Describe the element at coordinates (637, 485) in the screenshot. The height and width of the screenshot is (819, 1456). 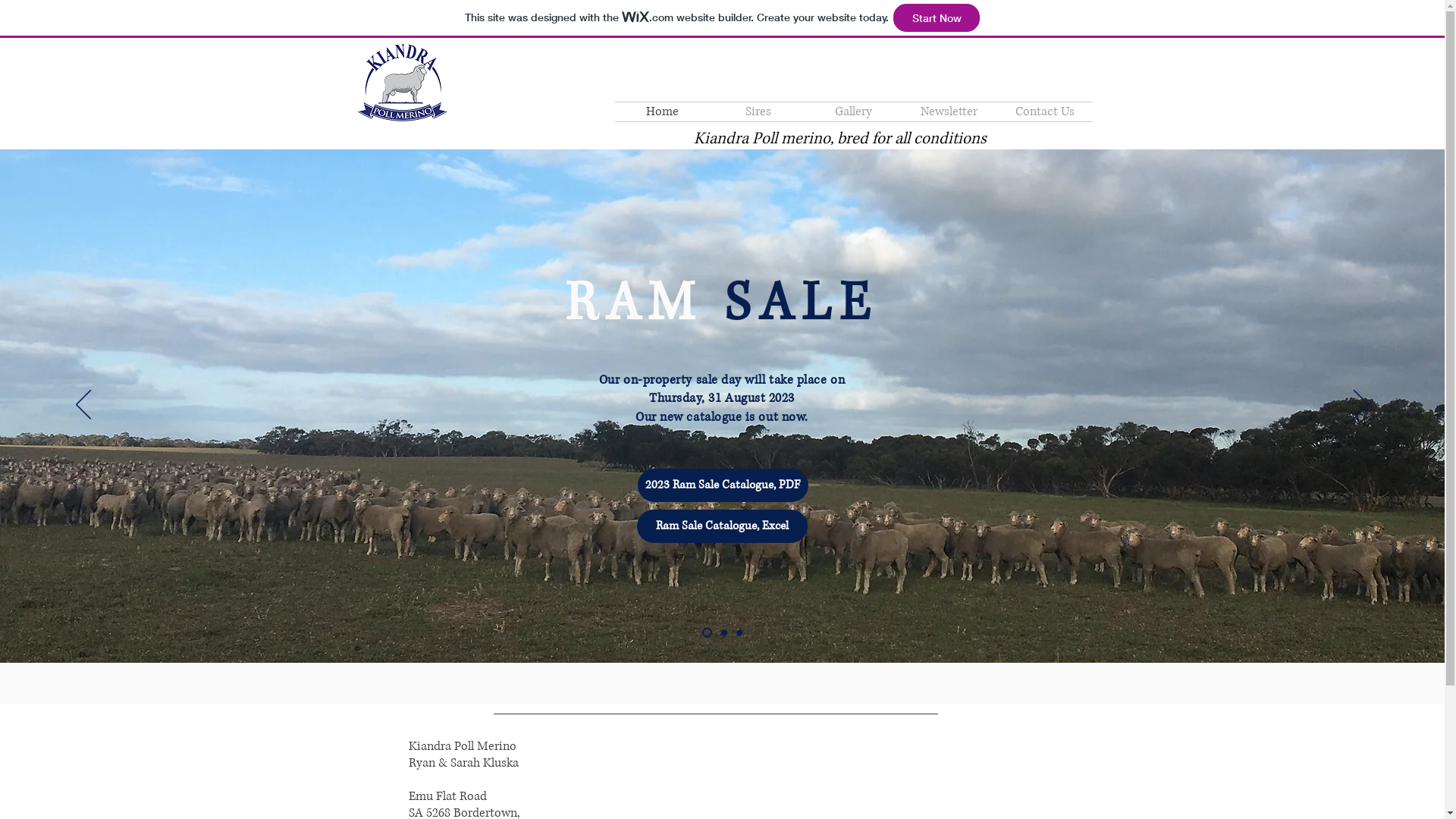
I see `'2023 Ram Sale Catalogue, PDF'` at that location.